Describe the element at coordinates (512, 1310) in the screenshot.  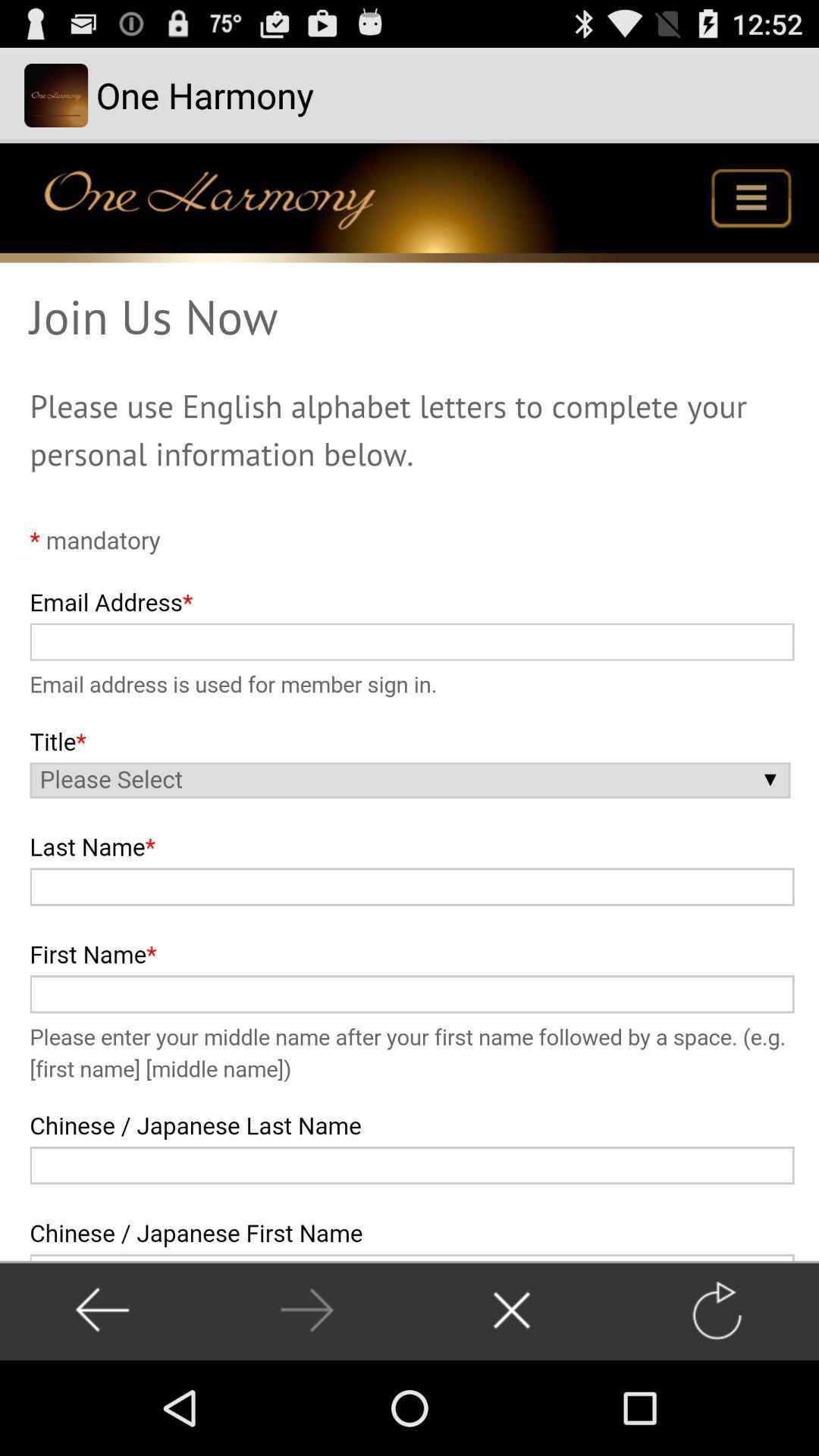
I see `cancel` at that location.